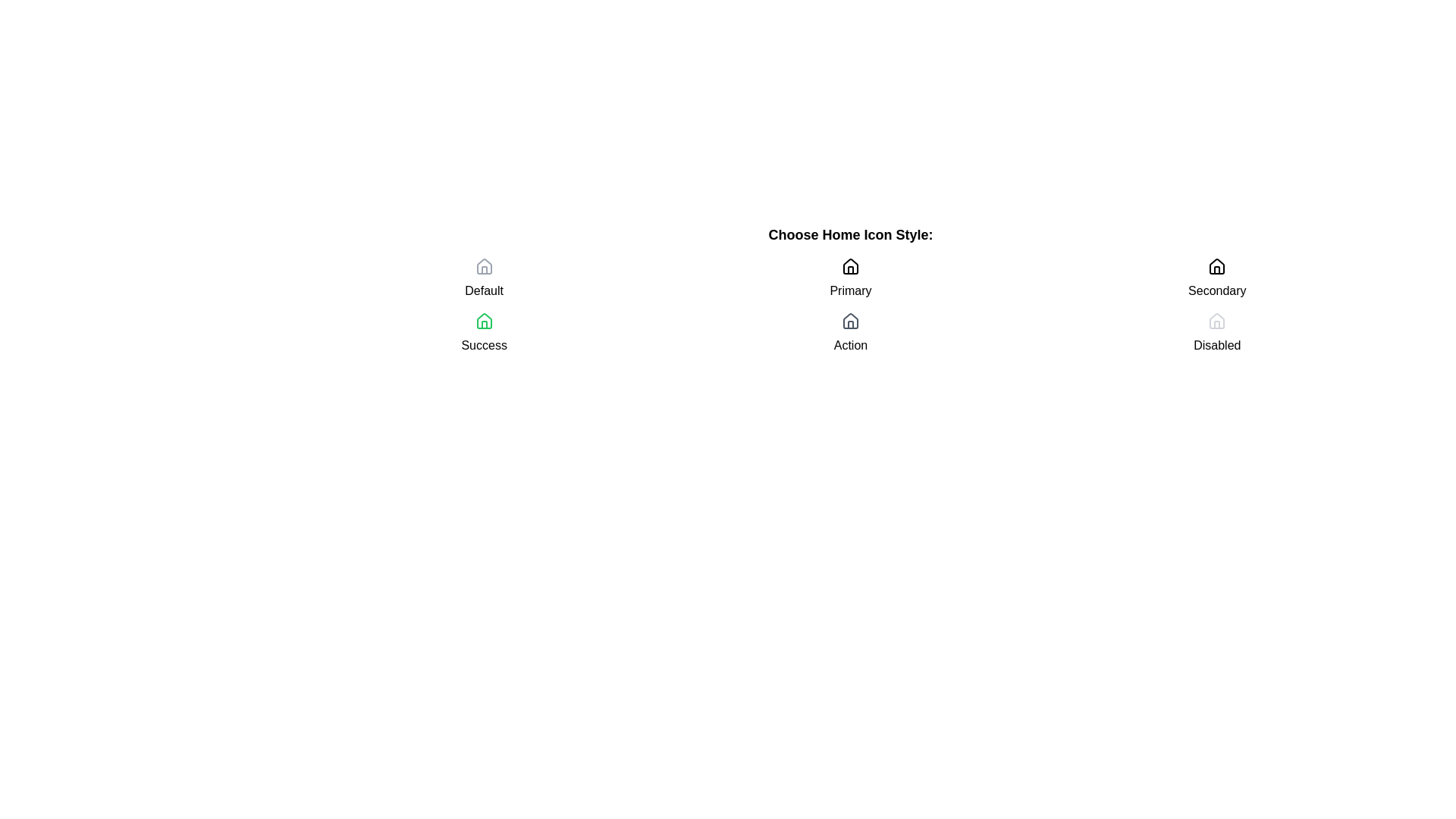 The height and width of the screenshot is (819, 1456). I want to click on the Icon with Text Label that features a green house icon and the label 'Success', located in the second row of the grid beneath 'Default', so click(483, 332).